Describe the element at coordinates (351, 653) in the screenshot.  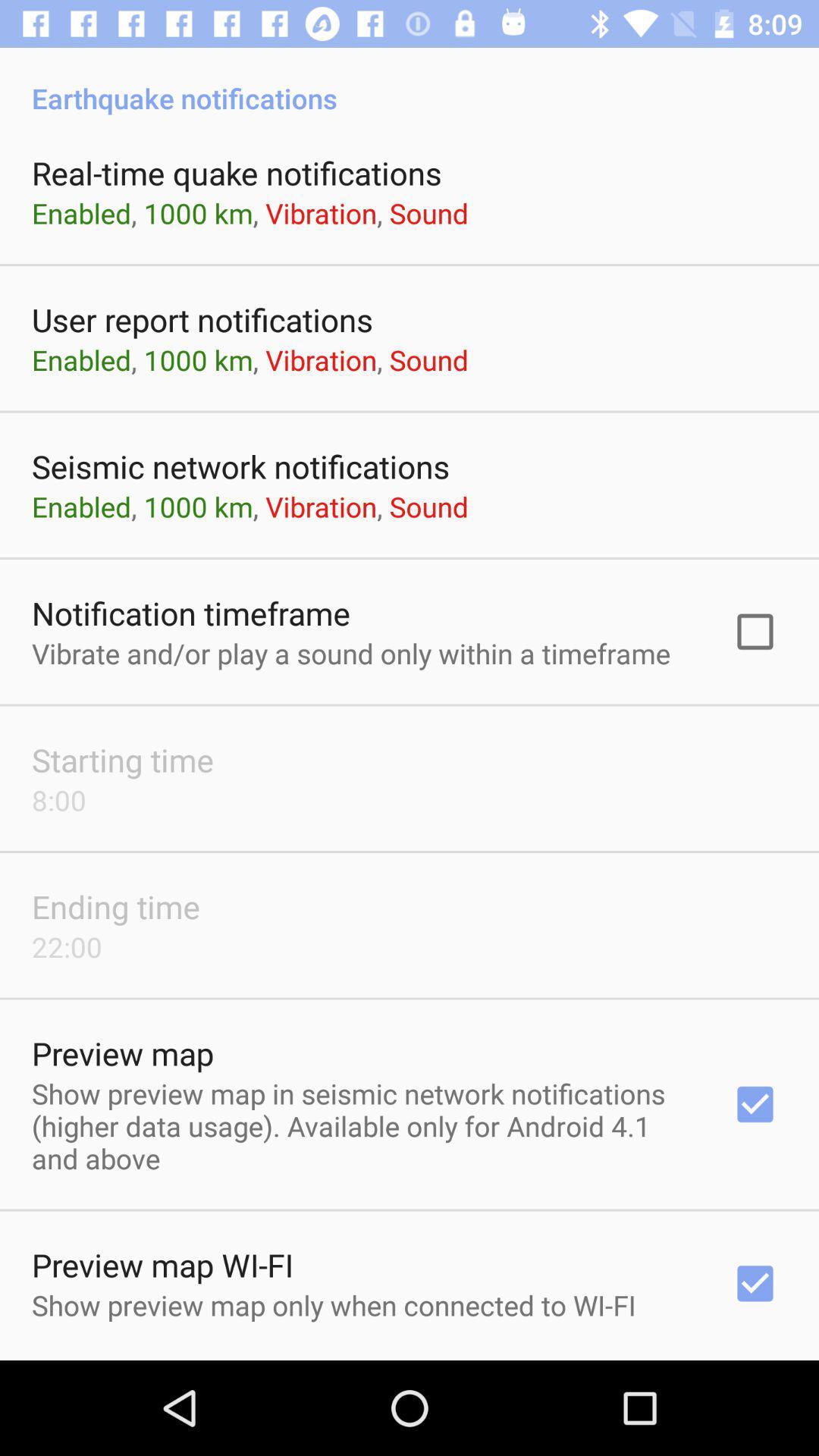
I see `icon above starting time app` at that location.